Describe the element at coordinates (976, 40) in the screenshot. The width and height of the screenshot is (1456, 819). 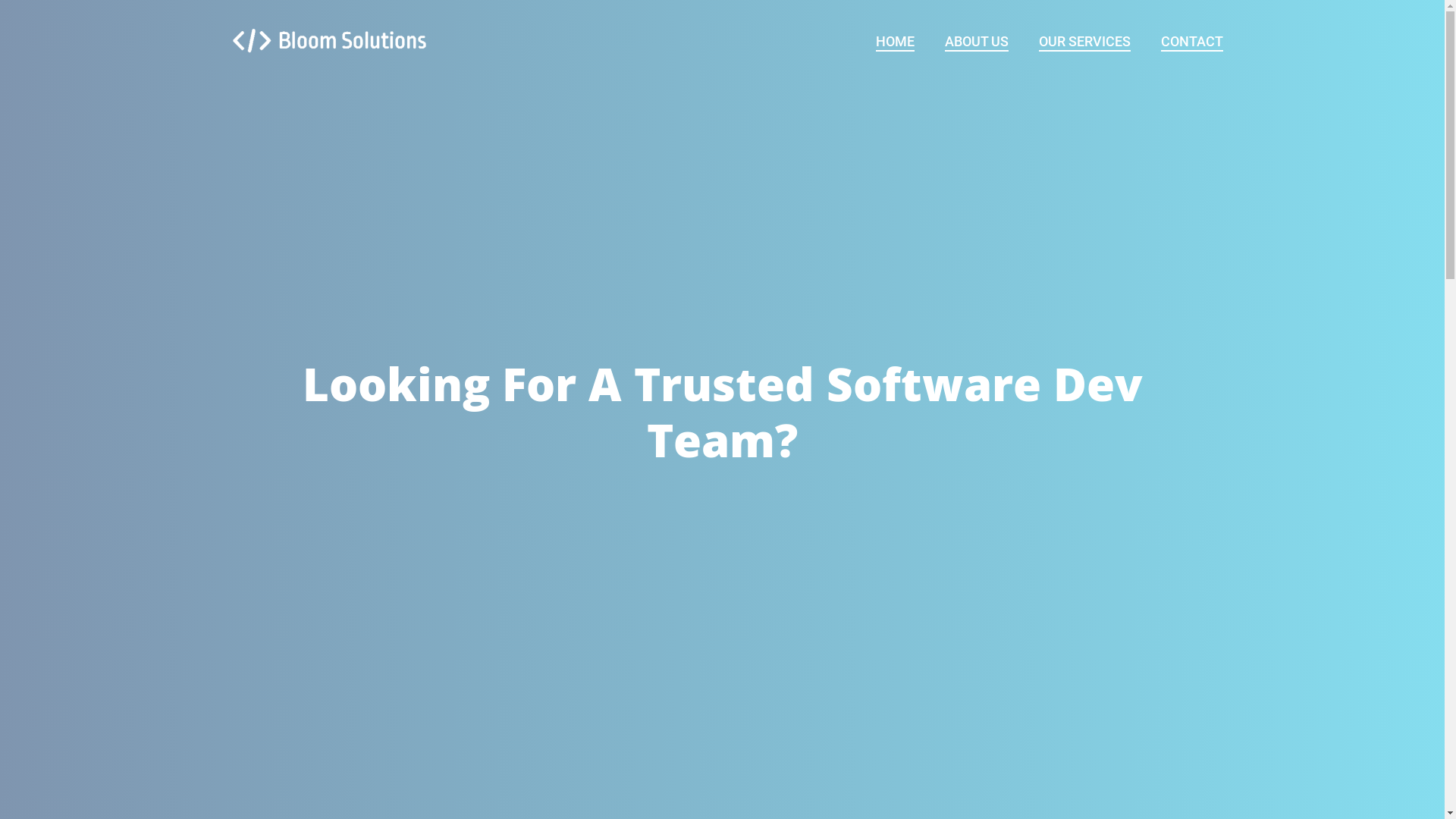
I see `'ABOUT US'` at that location.